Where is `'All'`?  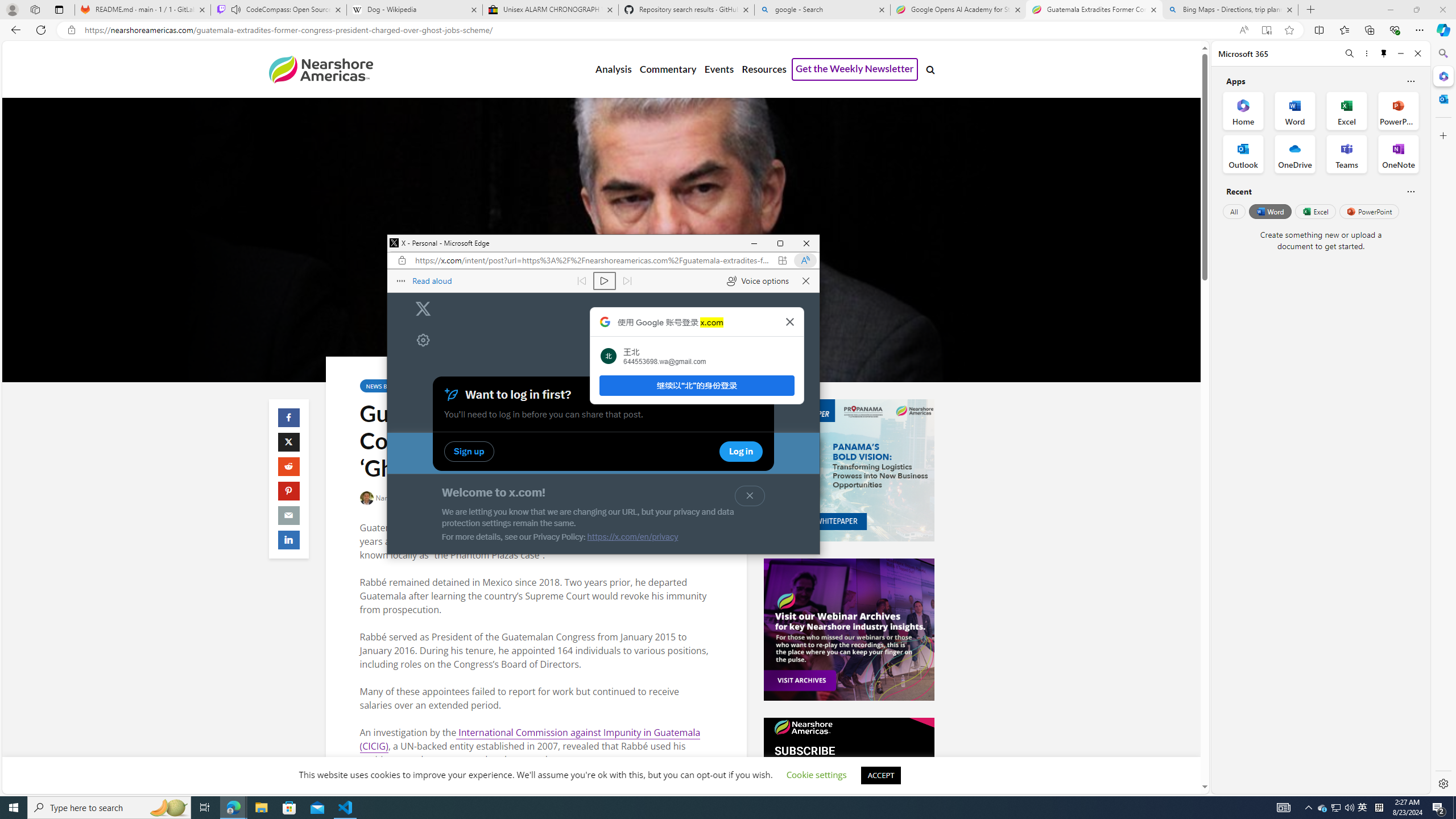
'All' is located at coordinates (1233, 211).